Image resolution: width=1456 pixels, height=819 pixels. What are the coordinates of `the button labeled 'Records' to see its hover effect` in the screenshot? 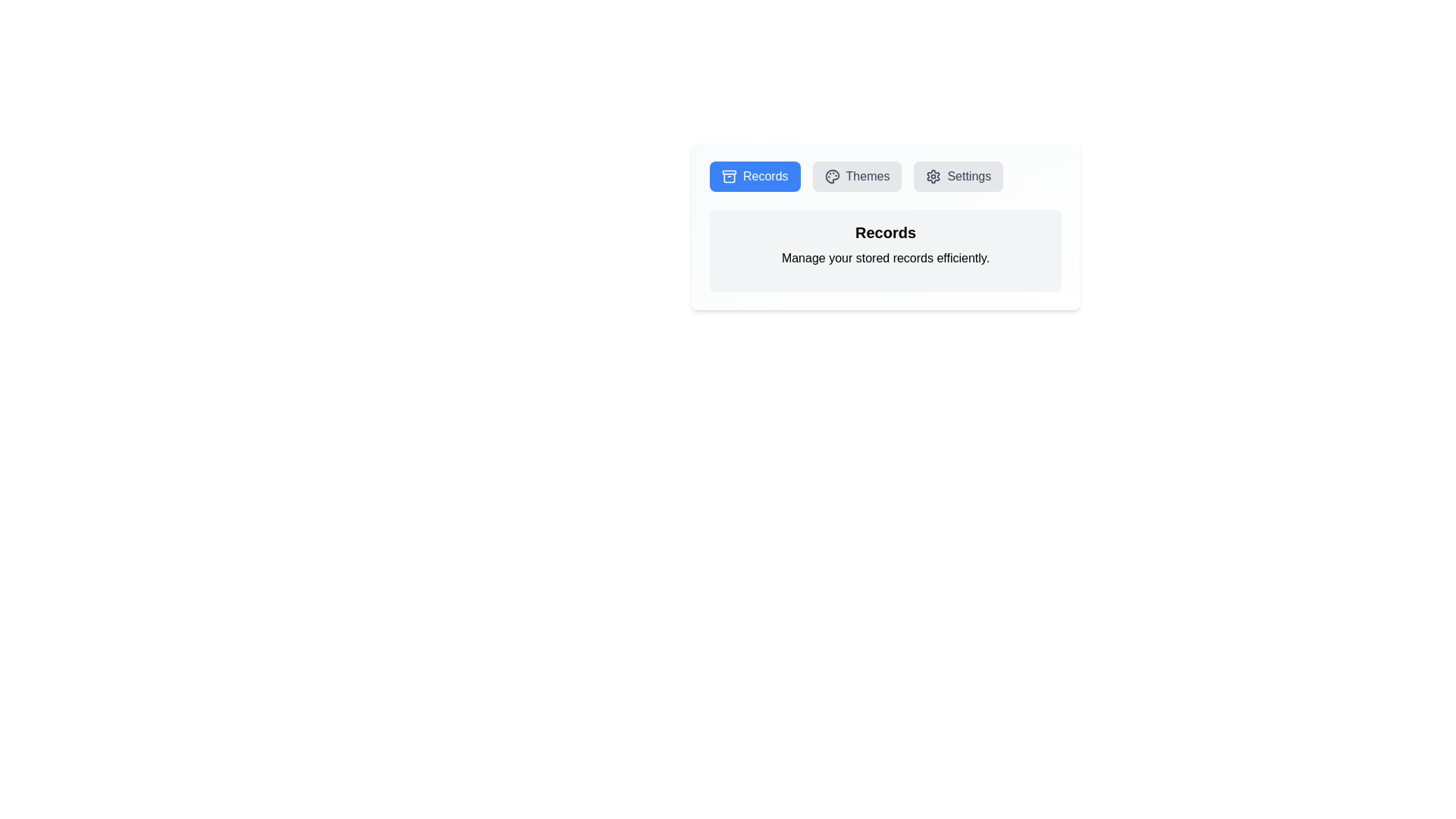 It's located at (755, 175).